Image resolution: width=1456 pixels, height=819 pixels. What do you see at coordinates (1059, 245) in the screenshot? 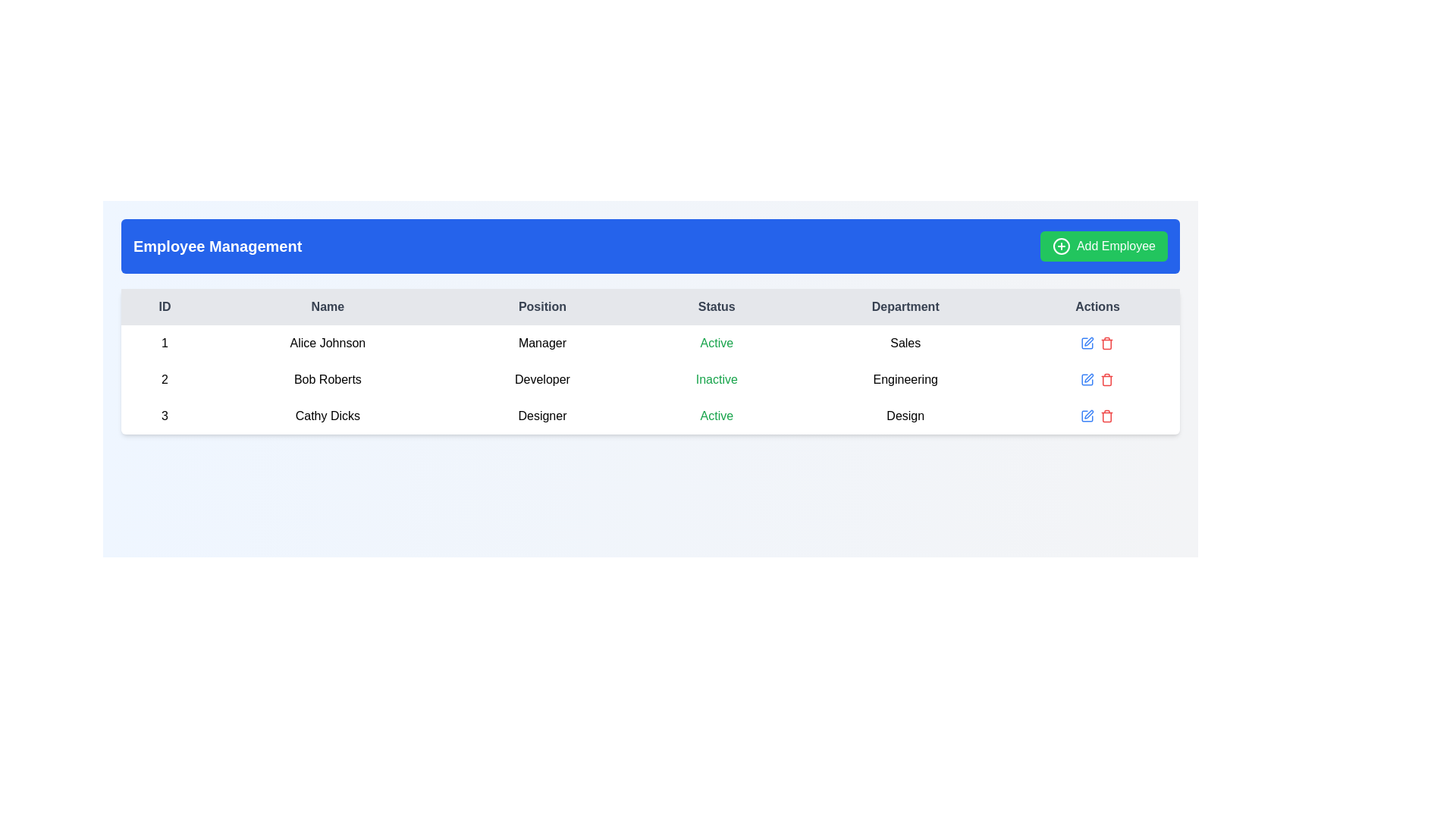
I see `the 'Add Employee' icon located at the top-right corner of the layout, which visually represents the action` at bounding box center [1059, 245].